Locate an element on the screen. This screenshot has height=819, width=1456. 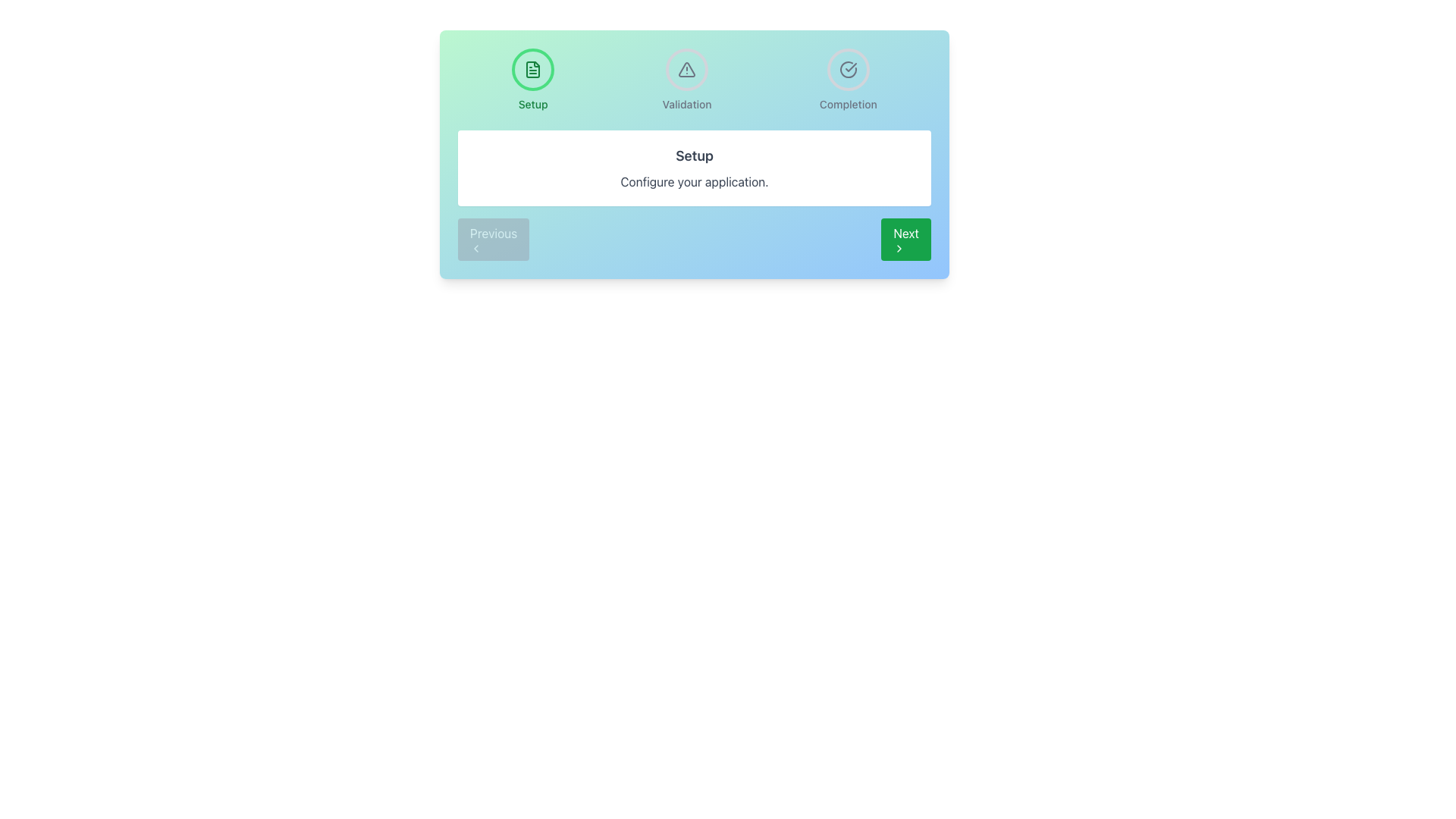
circular graphical component representing the 'Completion' step in the icon sequence at the top of the interface is located at coordinates (847, 70).